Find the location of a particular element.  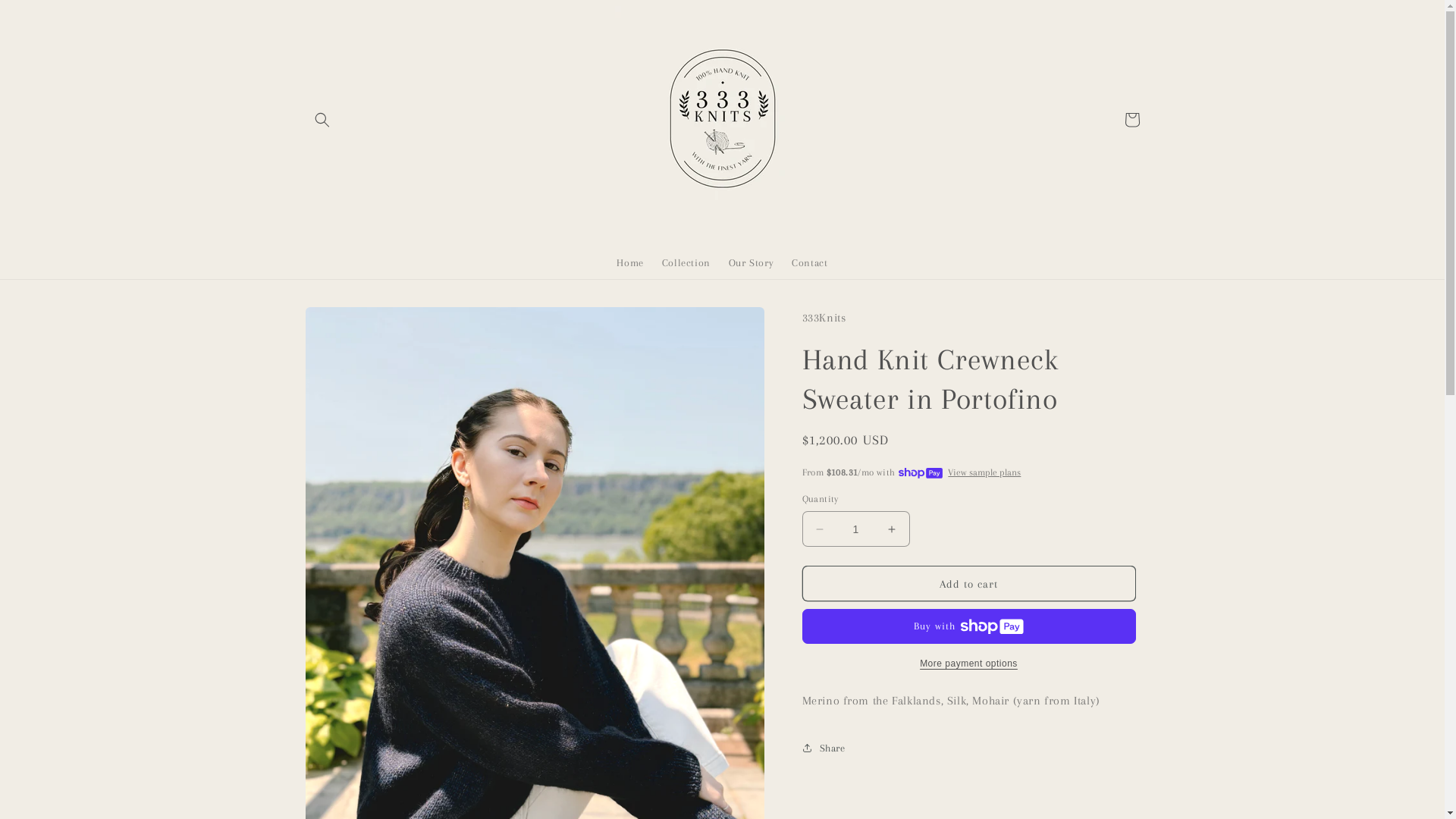

'Our Story' is located at coordinates (751, 262).